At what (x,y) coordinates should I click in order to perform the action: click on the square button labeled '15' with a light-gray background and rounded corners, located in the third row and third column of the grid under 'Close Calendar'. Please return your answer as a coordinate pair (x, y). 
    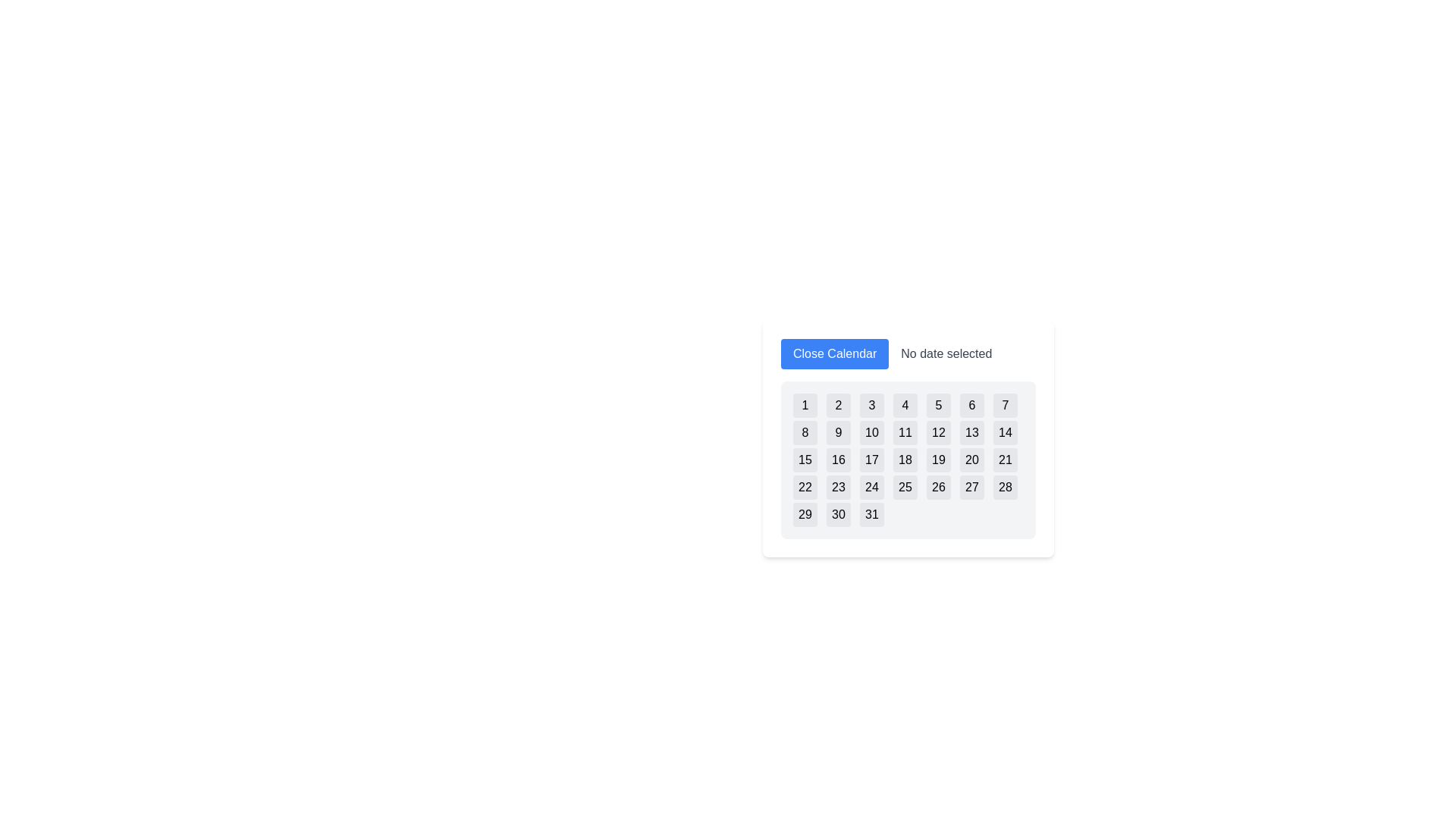
    Looking at the image, I should click on (804, 459).